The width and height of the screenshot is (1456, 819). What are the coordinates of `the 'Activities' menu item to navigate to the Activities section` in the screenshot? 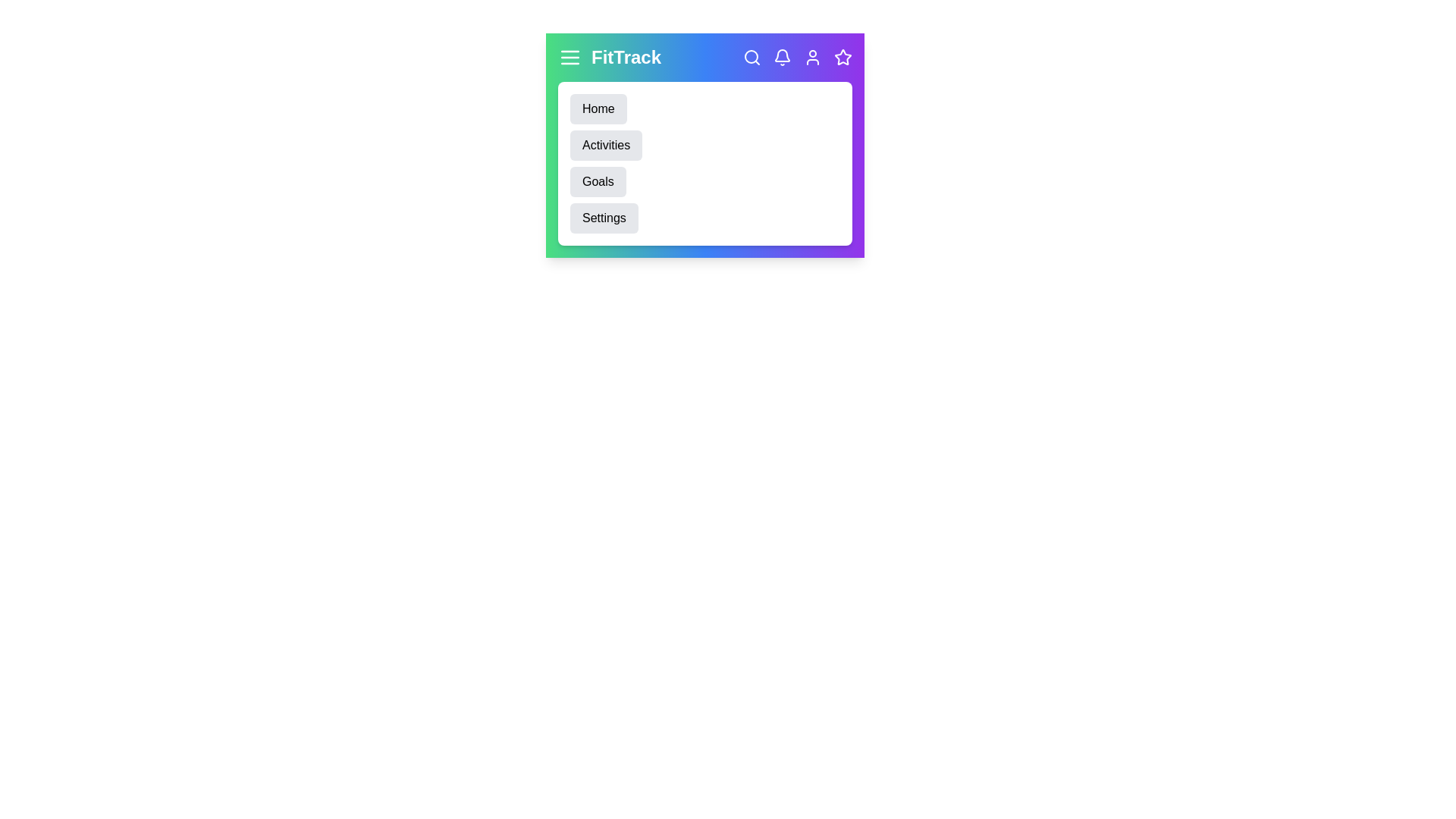 It's located at (605, 146).